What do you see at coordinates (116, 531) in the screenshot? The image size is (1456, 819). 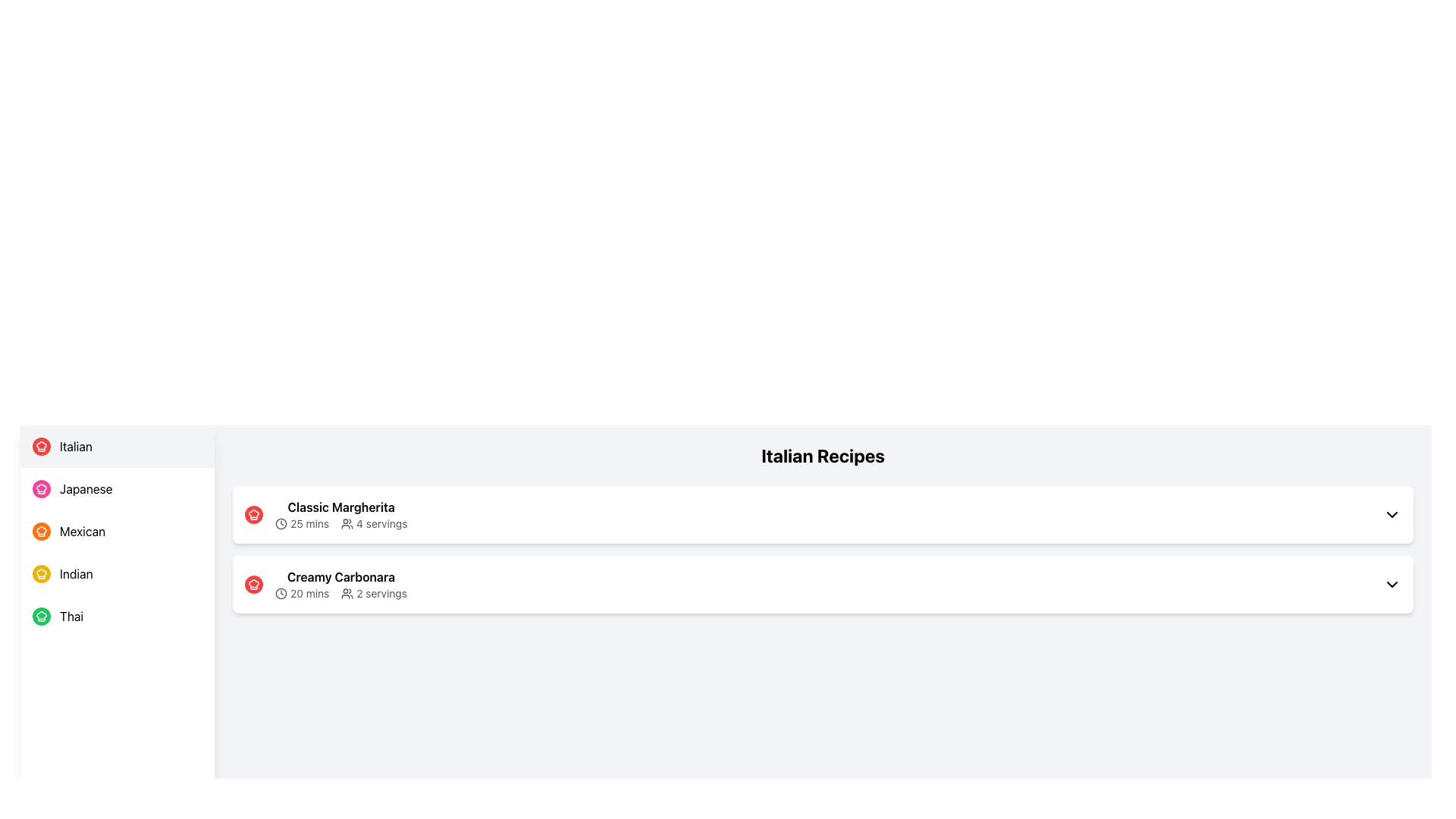 I see `the third clickable item in the vertical list, which filters or navigates to the Mexican cuisine section, located between the 'Japanese' and 'Indian' options in the left sidebar` at bounding box center [116, 531].